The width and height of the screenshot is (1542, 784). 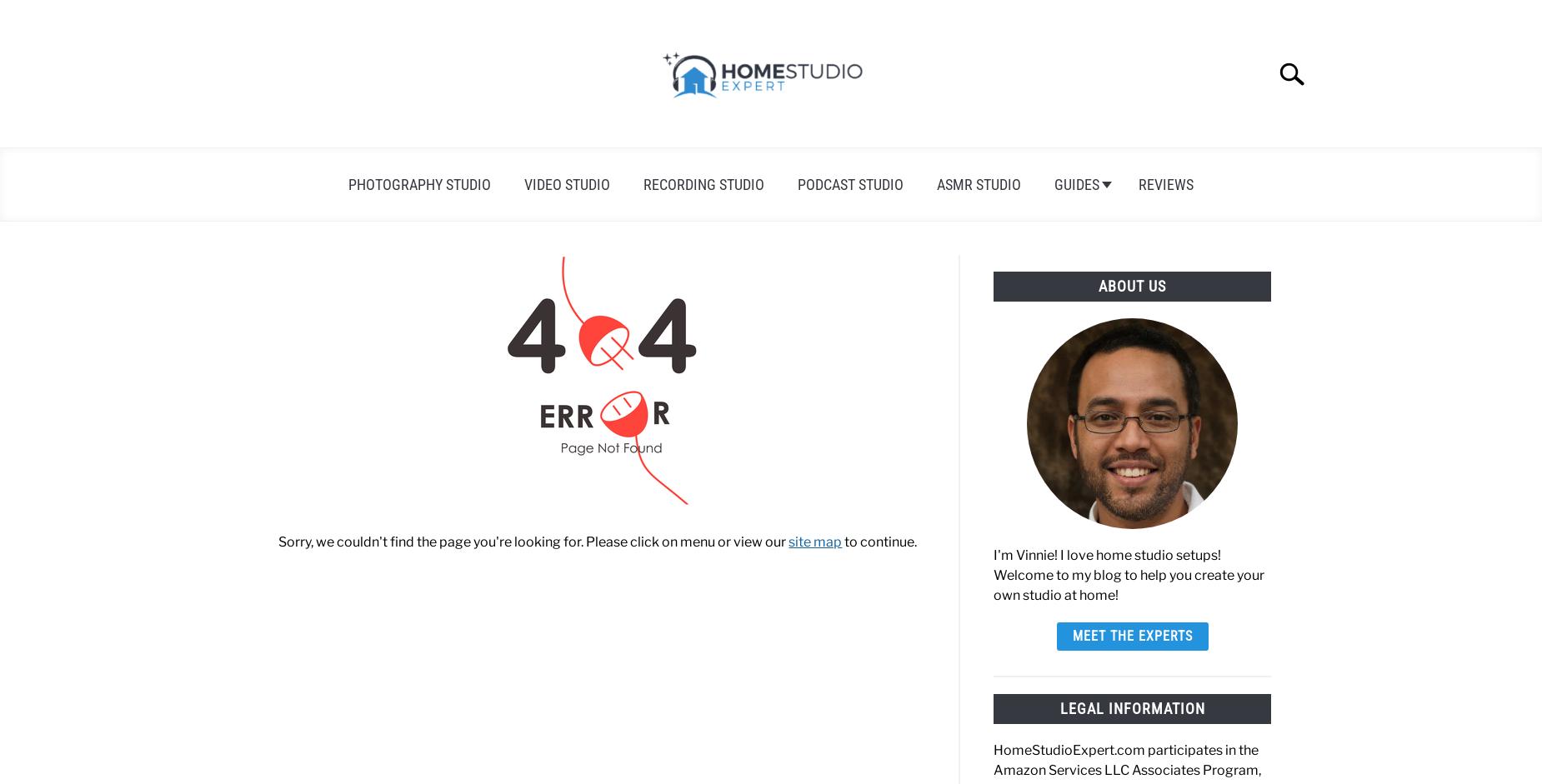 I want to click on 'Meet the Experts', so click(x=1131, y=634).